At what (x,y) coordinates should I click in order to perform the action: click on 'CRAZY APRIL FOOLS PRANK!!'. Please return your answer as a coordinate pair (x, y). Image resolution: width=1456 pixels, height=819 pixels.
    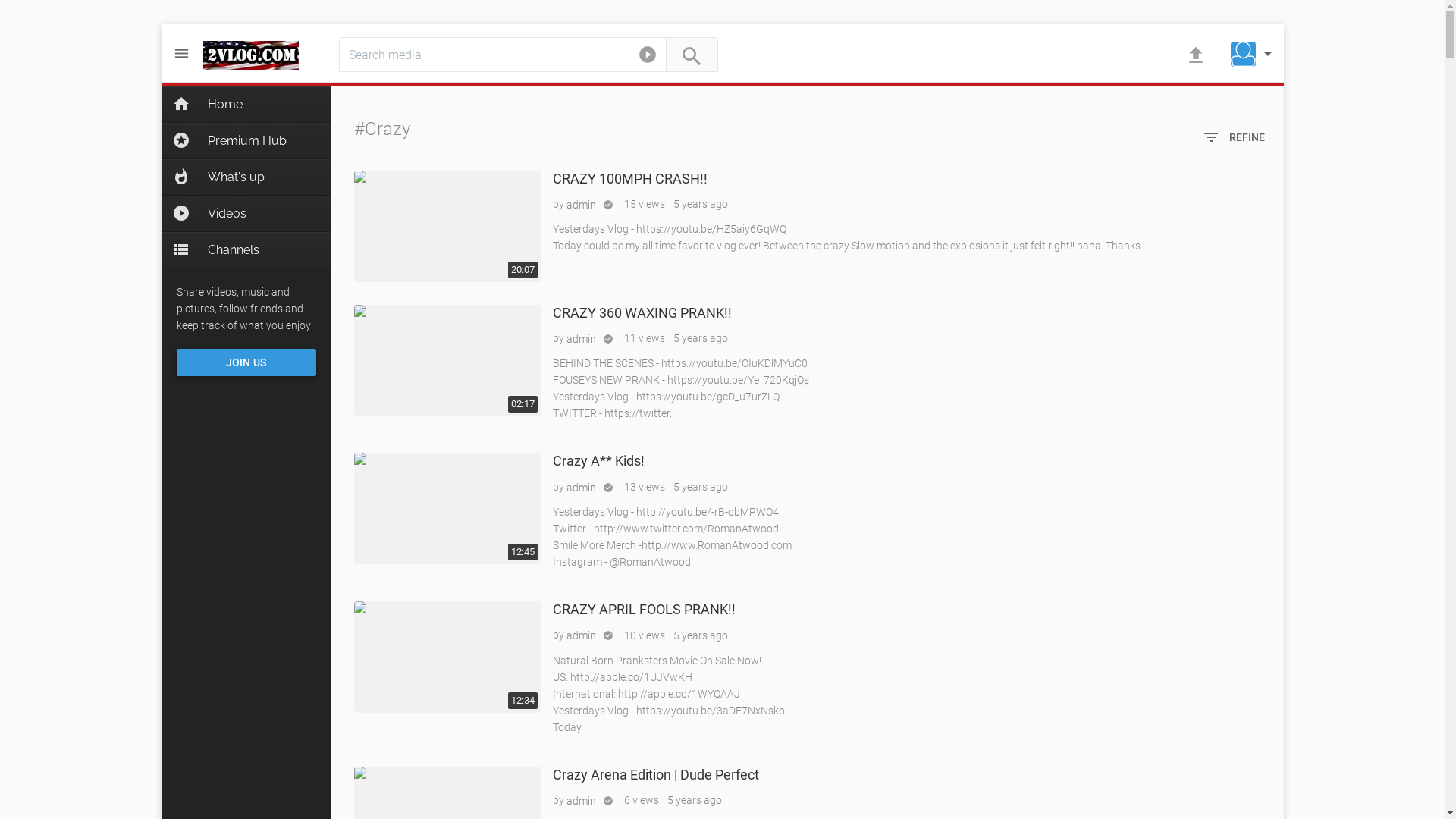
    Looking at the image, I should click on (551, 608).